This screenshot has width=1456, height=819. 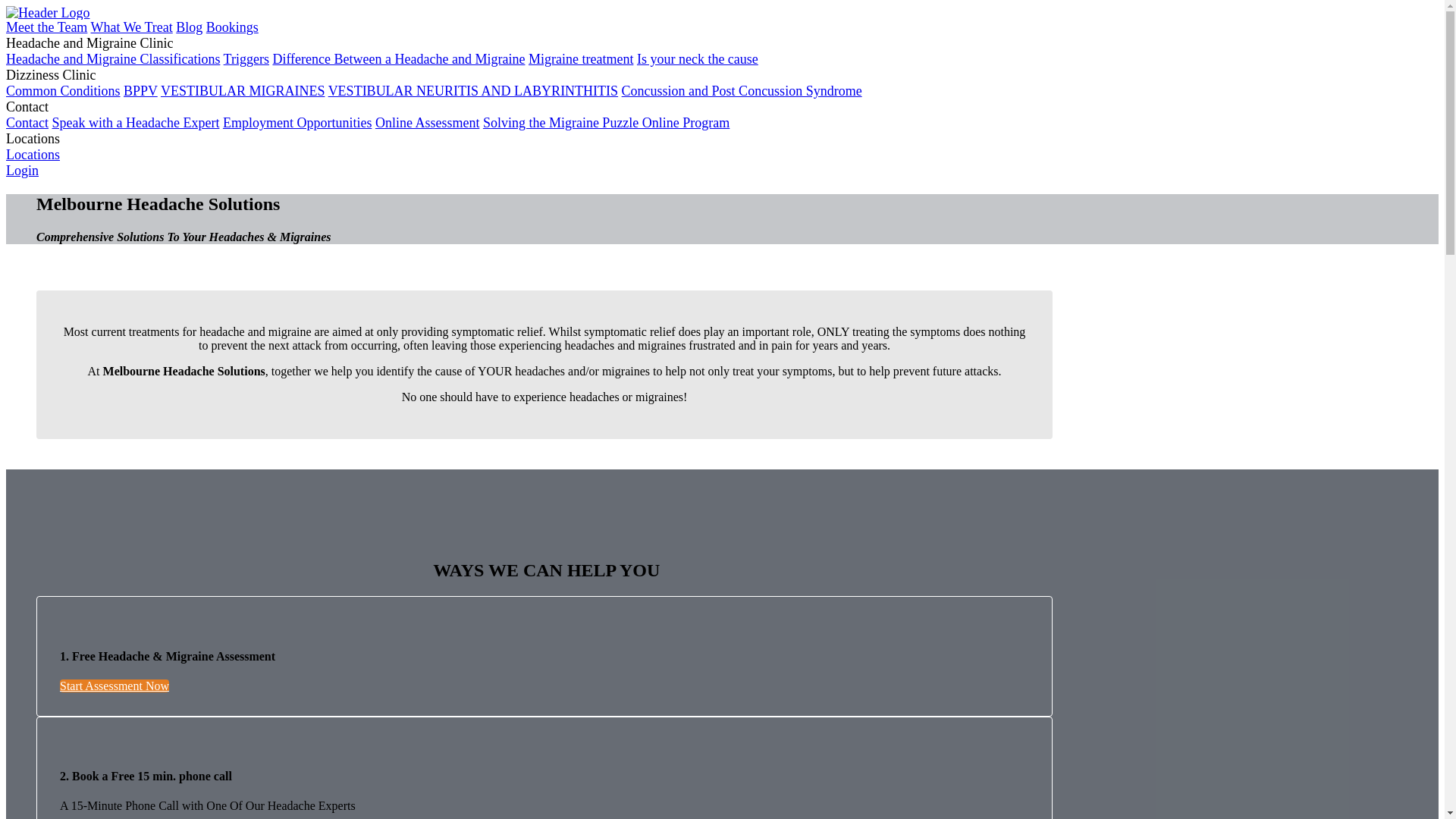 I want to click on 'Solving the Migraine Puzzle Online Program', so click(x=605, y=122).